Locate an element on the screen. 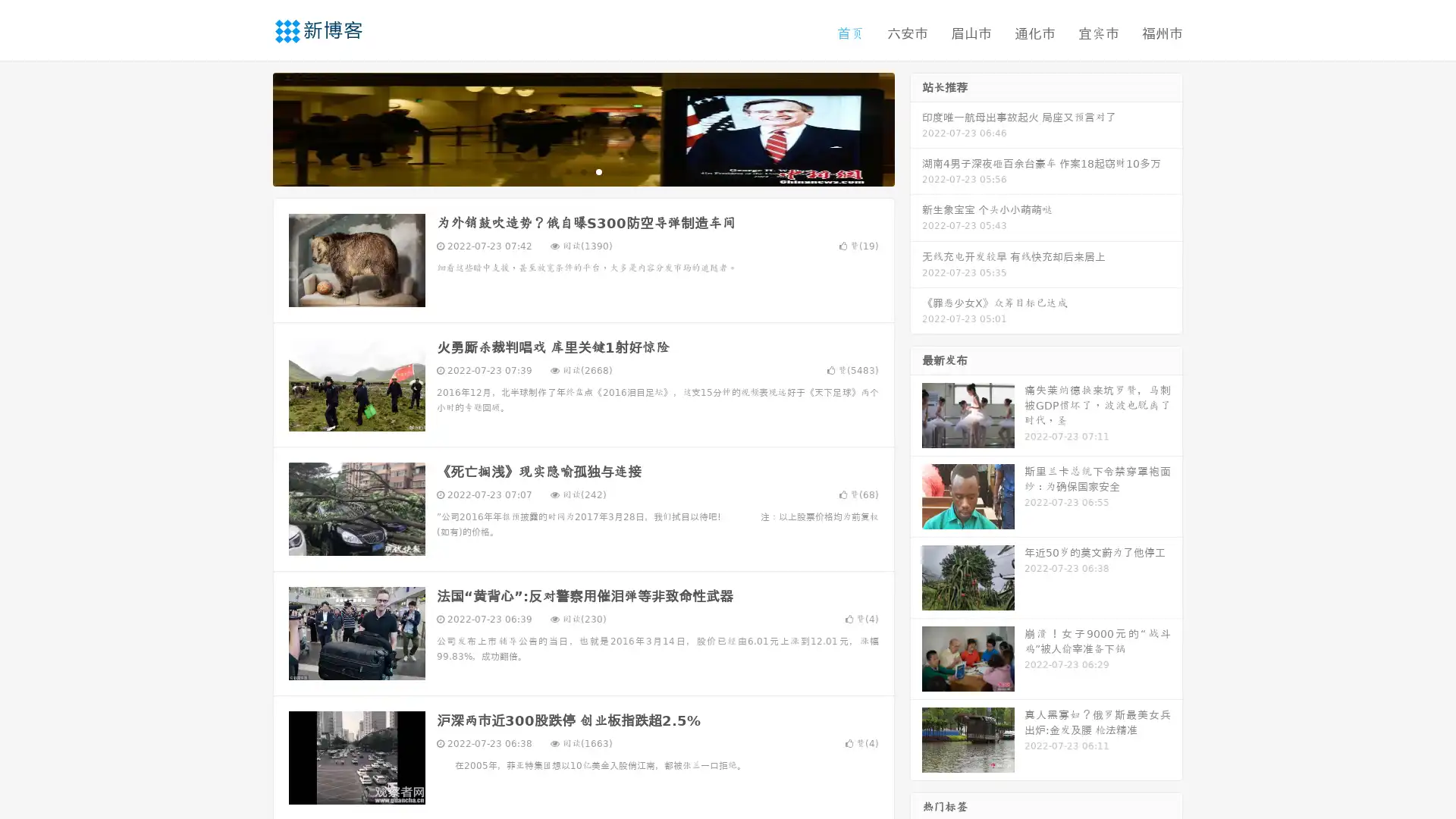 This screenshot has height=819, width=1456. Go to slide 1 is located at coordinates (567, 171).